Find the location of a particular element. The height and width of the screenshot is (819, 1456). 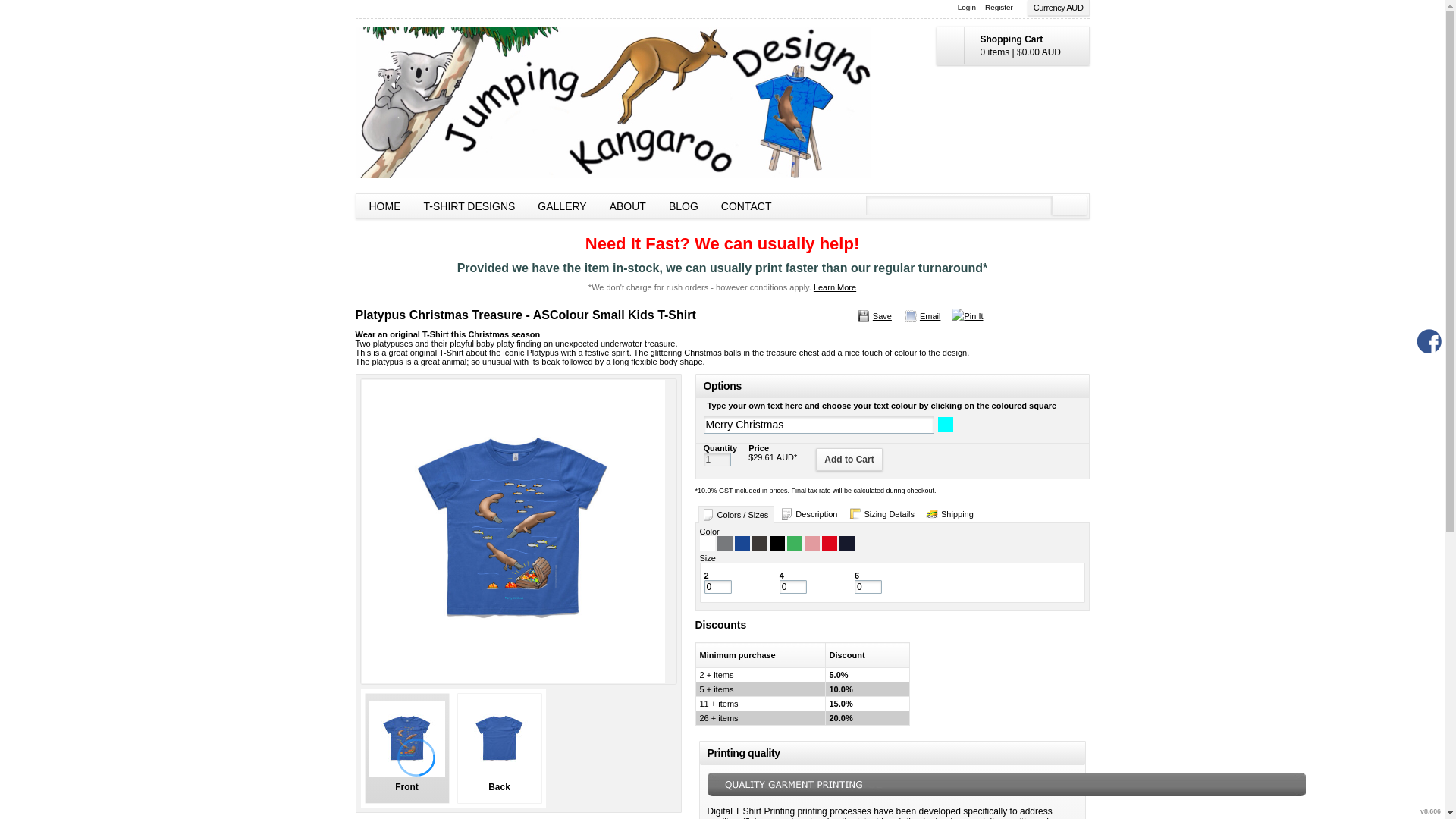

'Front' is located at coordinates (406, 748).